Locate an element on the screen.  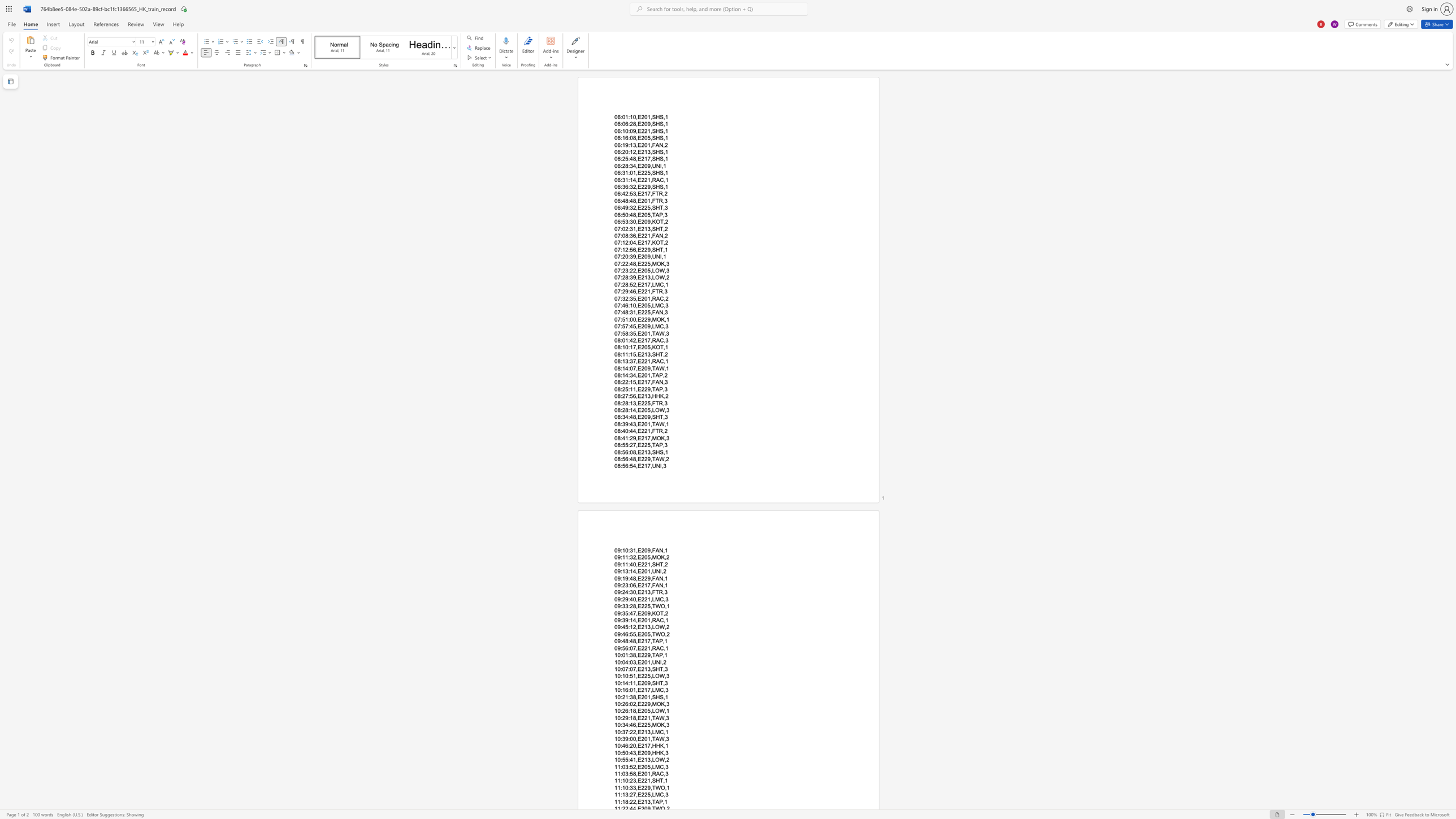
the space between the continuous character "0" and ":" in the text is located at coordinates (628, 214).